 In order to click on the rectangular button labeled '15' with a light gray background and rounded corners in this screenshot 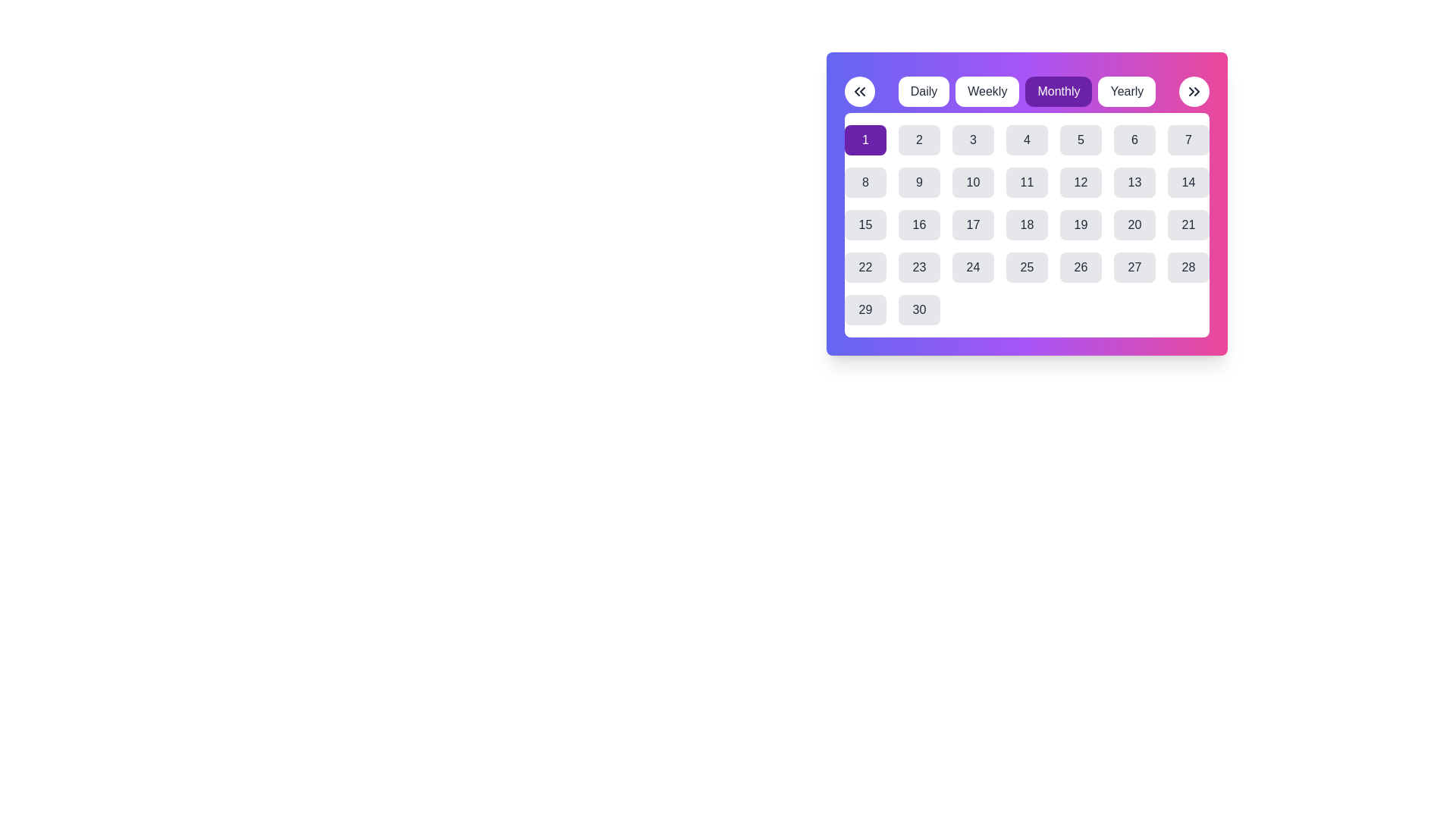, I will do `click(865, 225)`.